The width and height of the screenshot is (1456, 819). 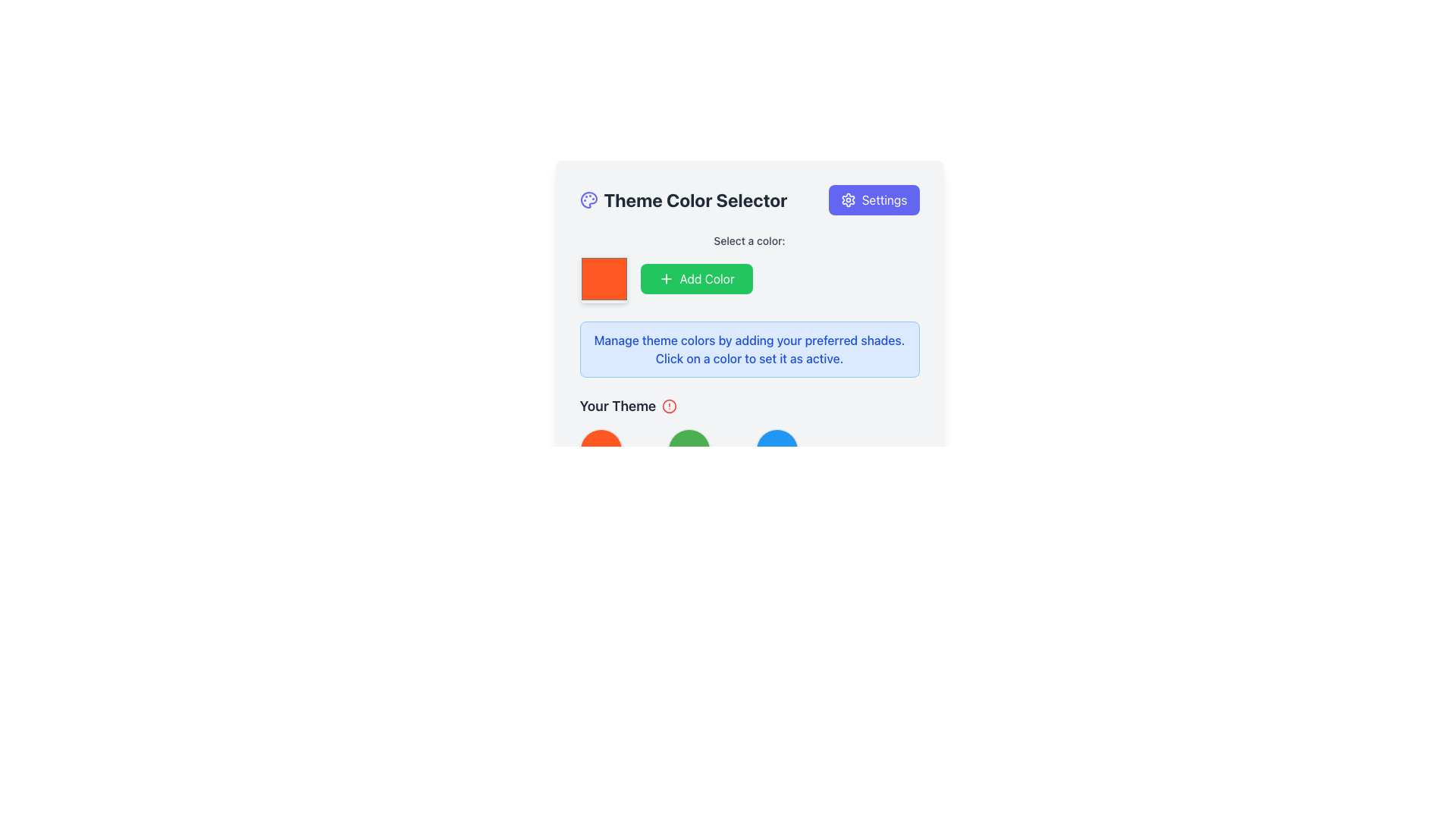 I want to click on the alert notification icon located to the right of the 'Your Theme' label, so click(x=669, y=406).